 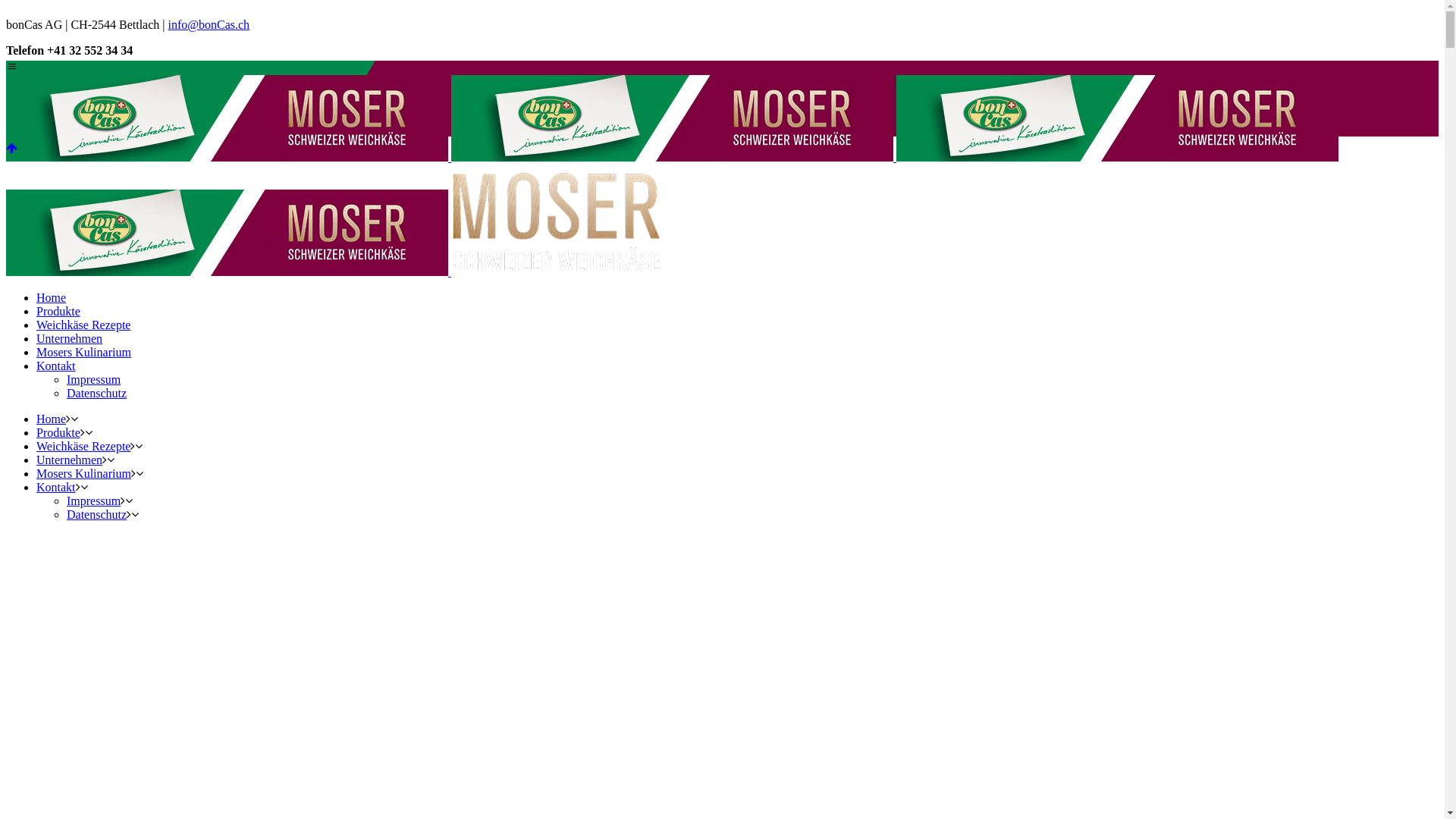 I want to click on 'Produkte', so click(x=36, y=432).